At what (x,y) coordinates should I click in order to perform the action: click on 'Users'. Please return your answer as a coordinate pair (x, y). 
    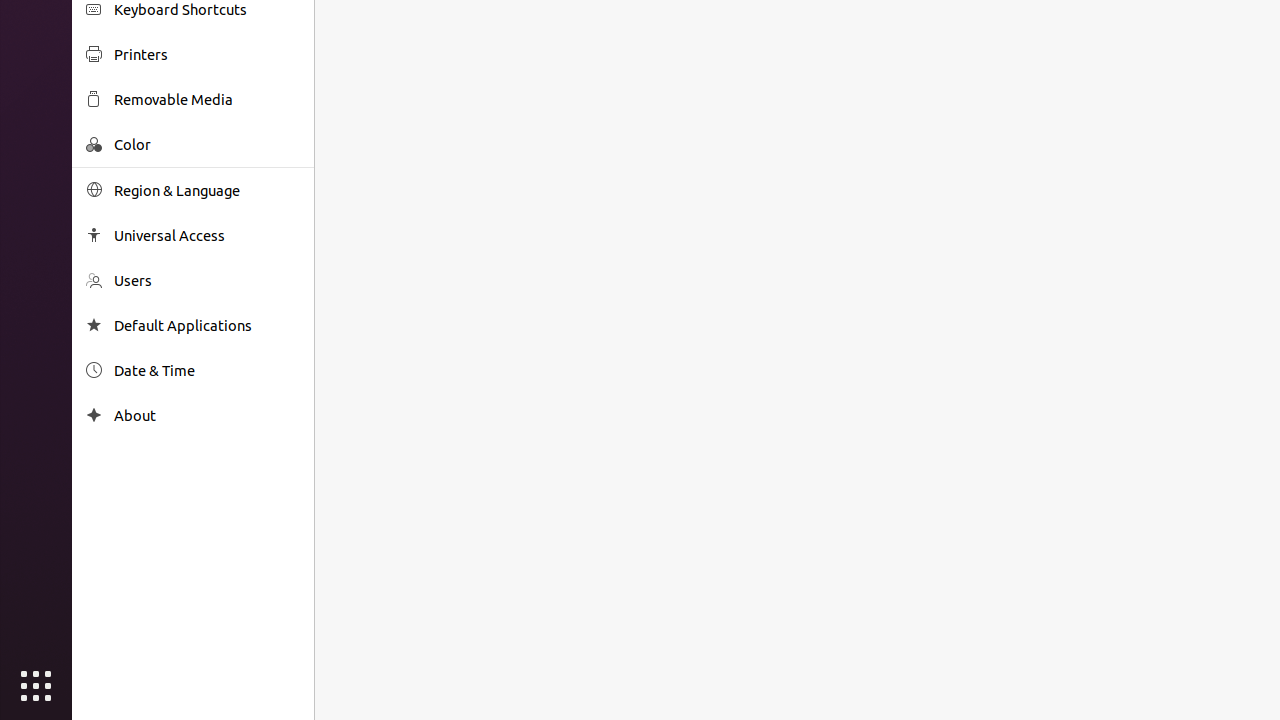
    Looking at the image, I should click on (206, 280).